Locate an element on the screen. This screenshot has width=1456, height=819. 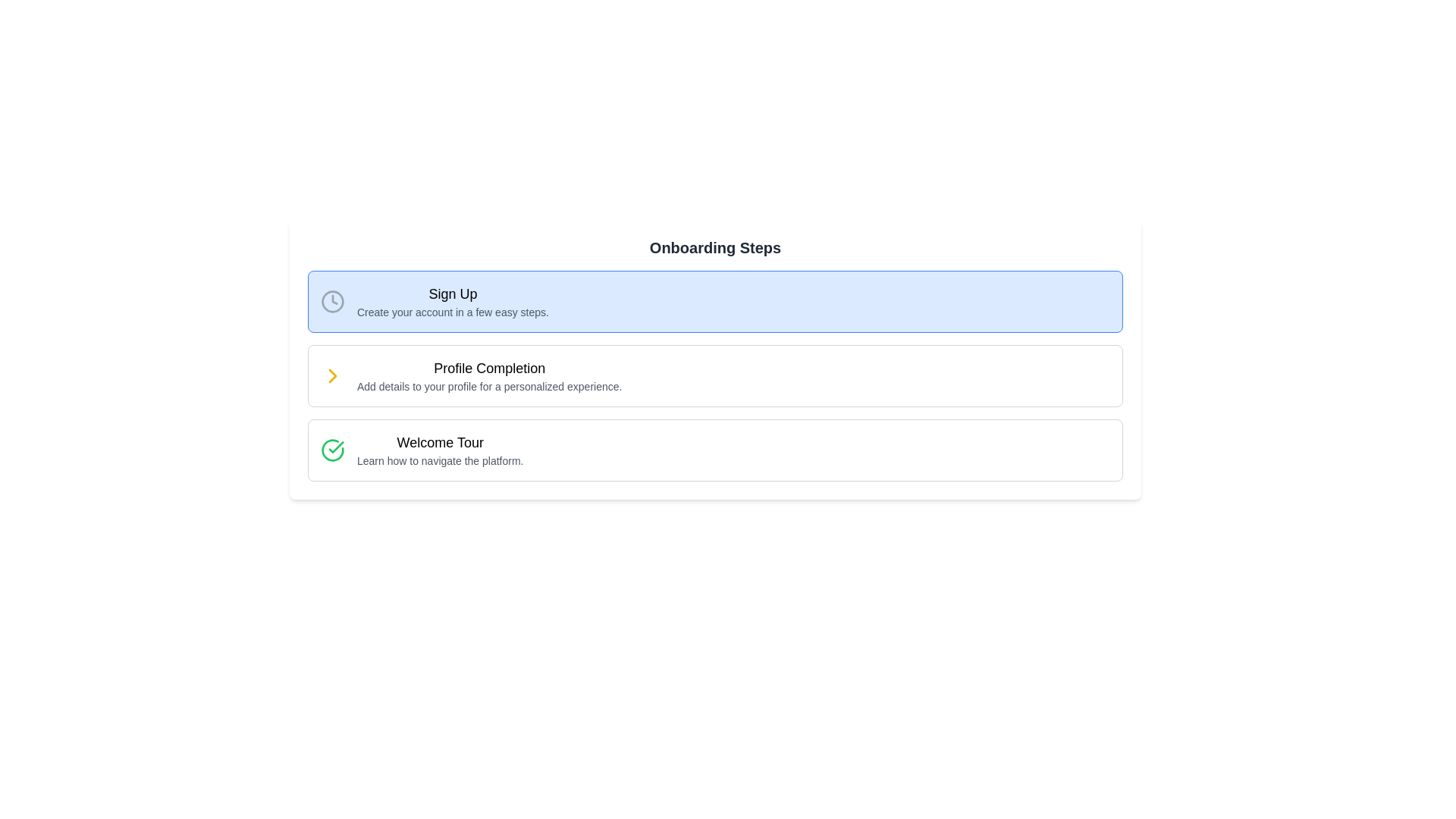
text label that says 'Learn how to navigate the platform.' located below the 'Welcome Tour' section is located at coordinates (439, 460).